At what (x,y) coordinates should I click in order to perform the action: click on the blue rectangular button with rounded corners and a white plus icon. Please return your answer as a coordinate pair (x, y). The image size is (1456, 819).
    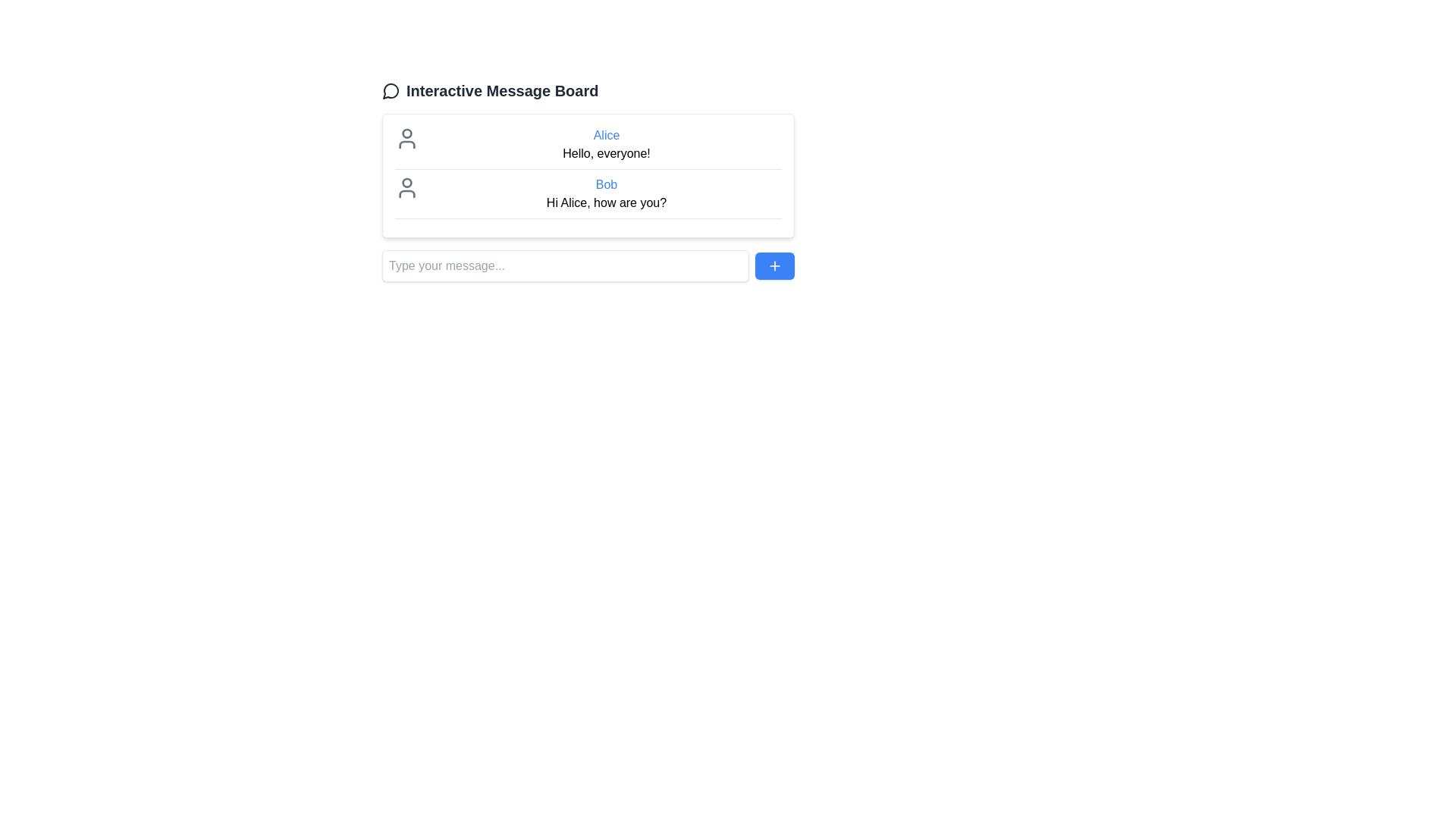
    Looking at the image, I should click on (775, 265).